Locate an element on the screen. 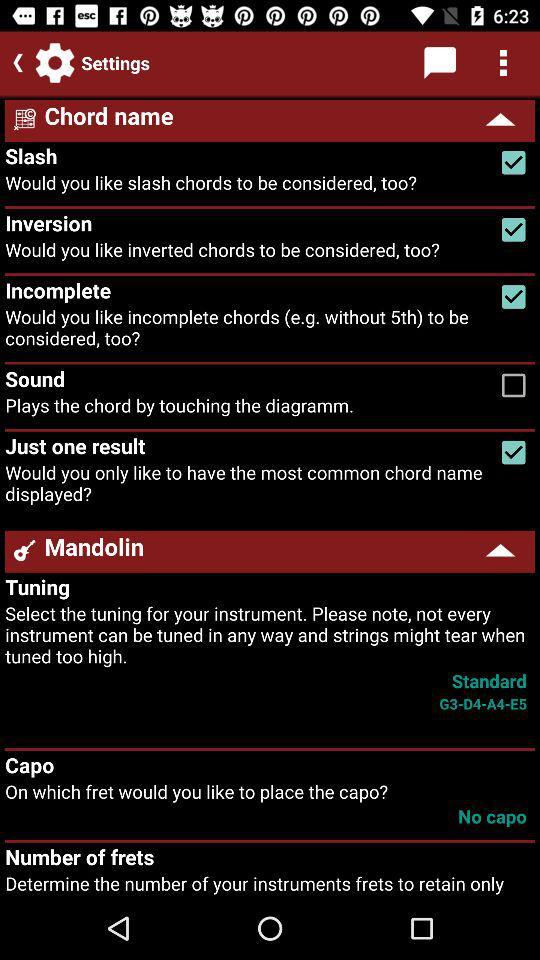 This screenshot has width=540, height=960. the arrow_upward icon is located at coordinates (507, 119).